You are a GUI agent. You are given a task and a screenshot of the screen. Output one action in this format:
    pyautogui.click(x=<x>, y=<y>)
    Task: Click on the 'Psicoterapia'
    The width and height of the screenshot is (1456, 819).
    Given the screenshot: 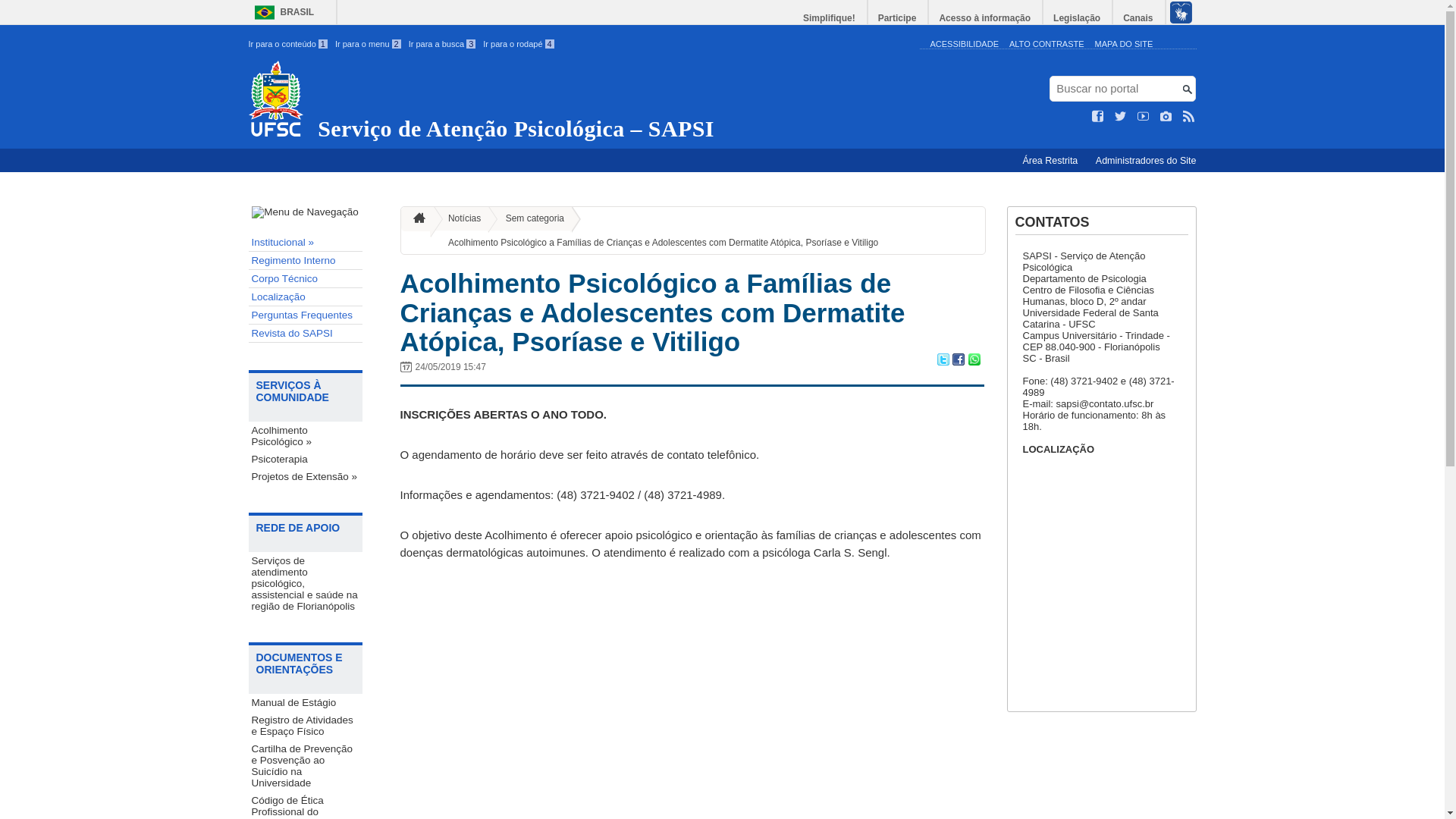 What is the action you would take?
    pyautogui.click(x=305, y=458)
    